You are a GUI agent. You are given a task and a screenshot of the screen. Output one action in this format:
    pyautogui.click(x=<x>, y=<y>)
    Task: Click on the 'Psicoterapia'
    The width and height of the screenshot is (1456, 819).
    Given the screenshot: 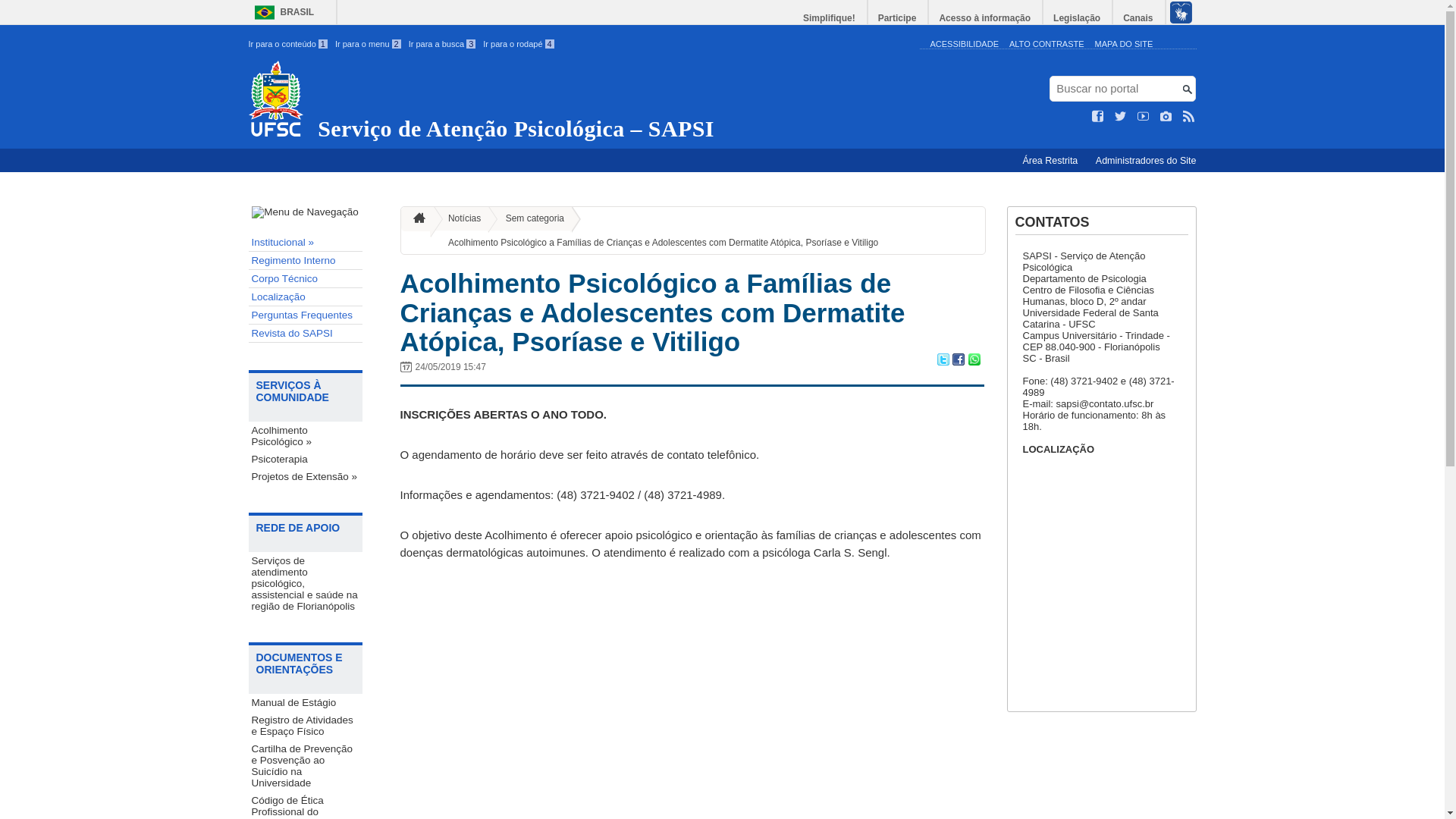 What is the action you would take?
    pyautogui.click(x=305, y=458)
    